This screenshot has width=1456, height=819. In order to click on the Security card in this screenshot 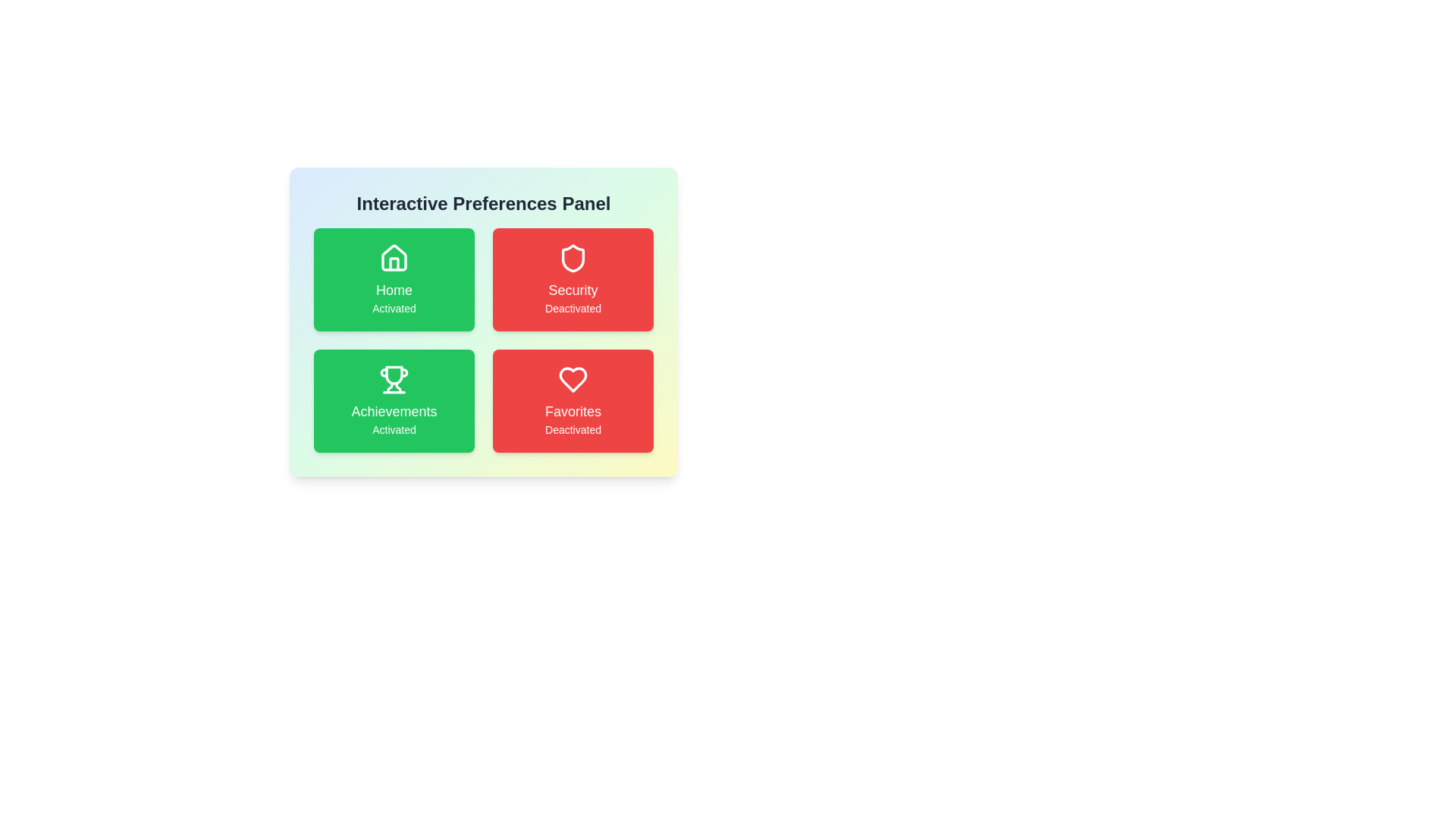, I will do `click(572, 280)`.